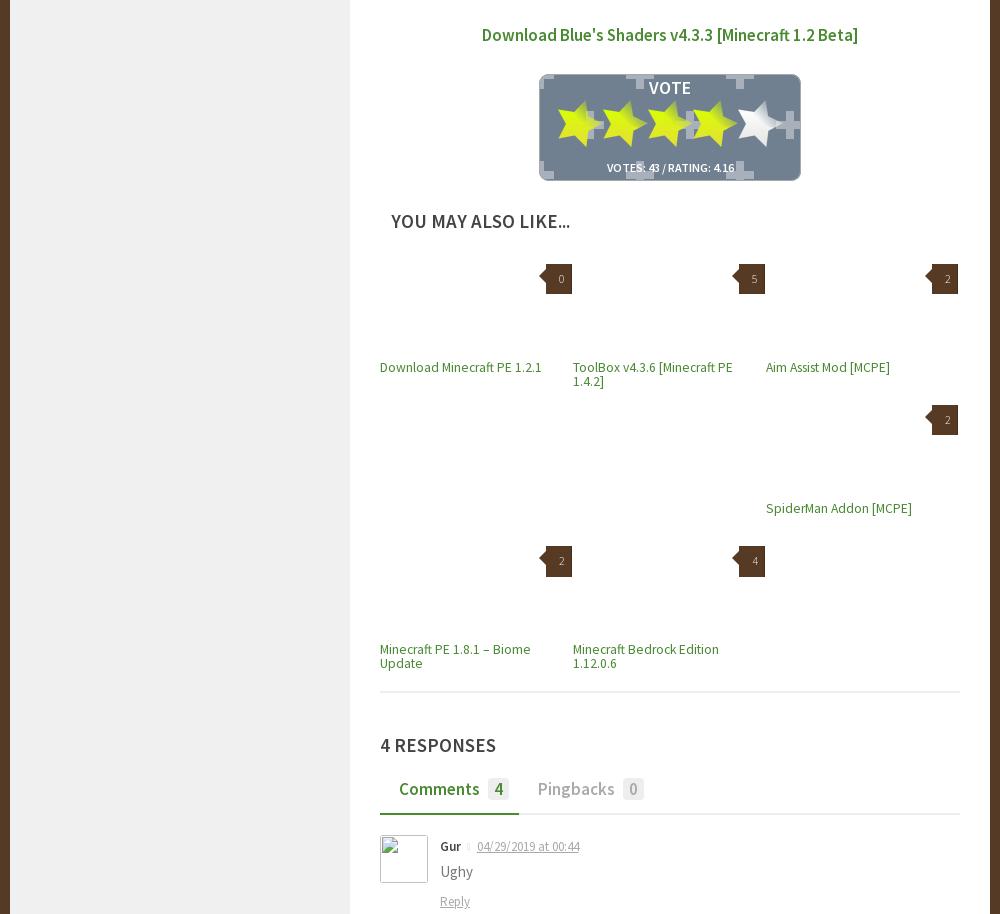 Image resolution: width=1000 pixels, height=914 pixels. I want to click on 'Aim Assist Mod [MCPE]', so click(766, 367).